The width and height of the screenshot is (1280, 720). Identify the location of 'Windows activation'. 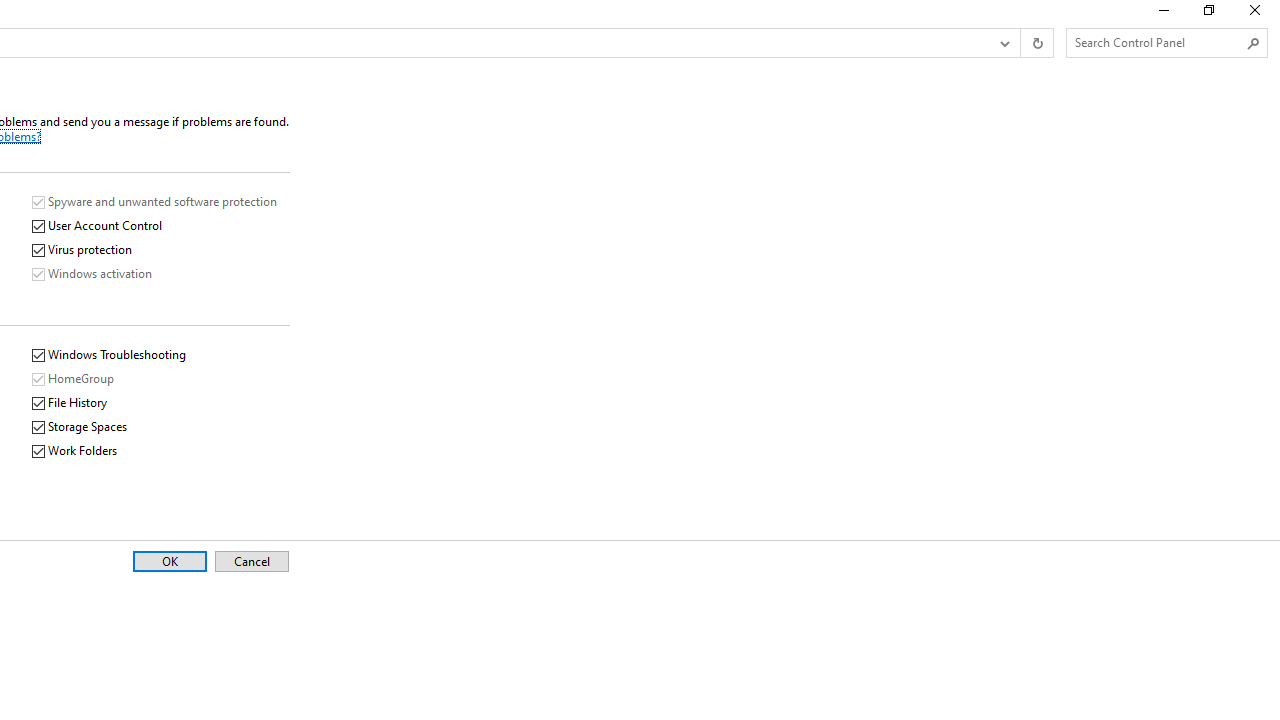
(91, 274).